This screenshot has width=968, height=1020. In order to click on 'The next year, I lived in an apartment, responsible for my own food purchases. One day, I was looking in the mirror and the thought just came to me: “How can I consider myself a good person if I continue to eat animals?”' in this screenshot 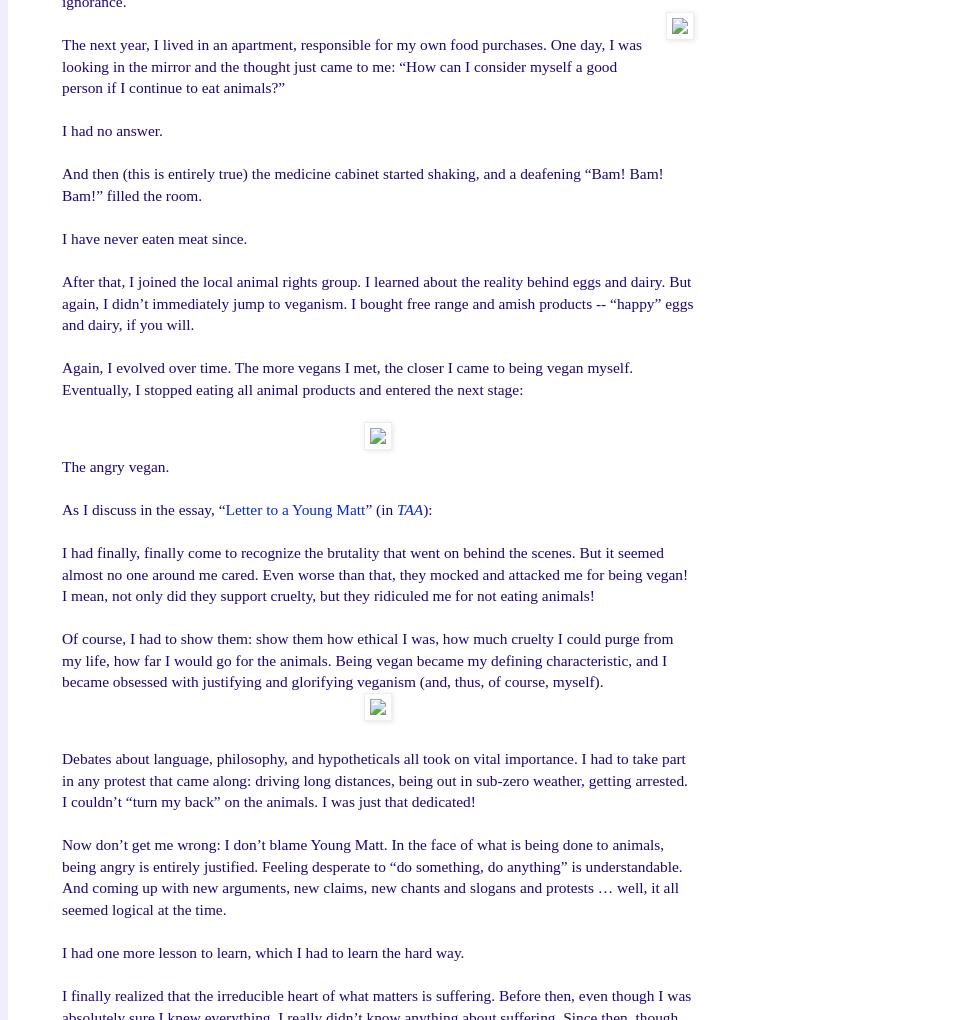, I will do `click(351, 65)`.